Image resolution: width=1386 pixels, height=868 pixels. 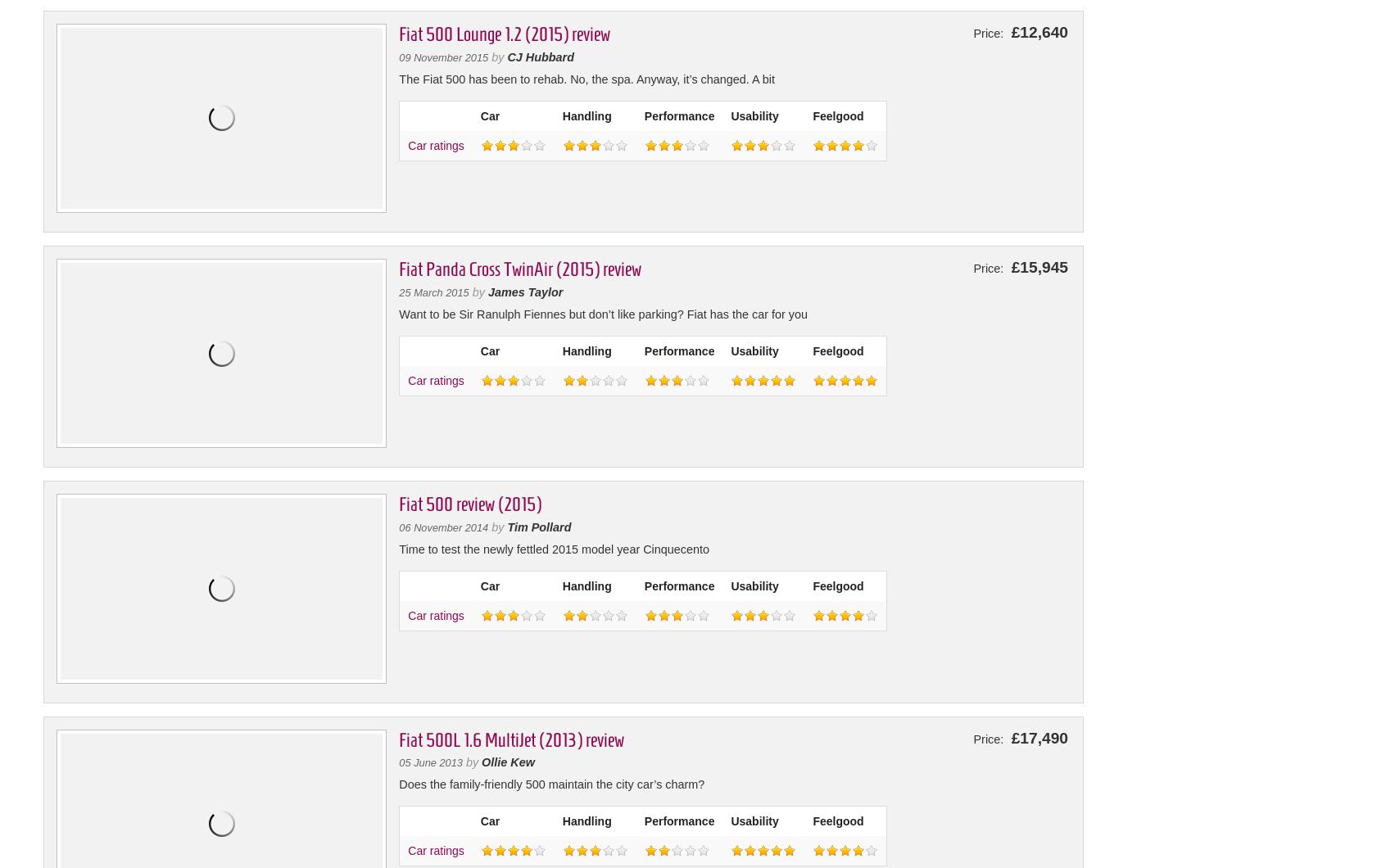 What do you see at coordinates (519, 269) in the screenshot?
I see `'Fiat Panda Cross TwinAir (2015) review'` at bounding box center [519, 269].